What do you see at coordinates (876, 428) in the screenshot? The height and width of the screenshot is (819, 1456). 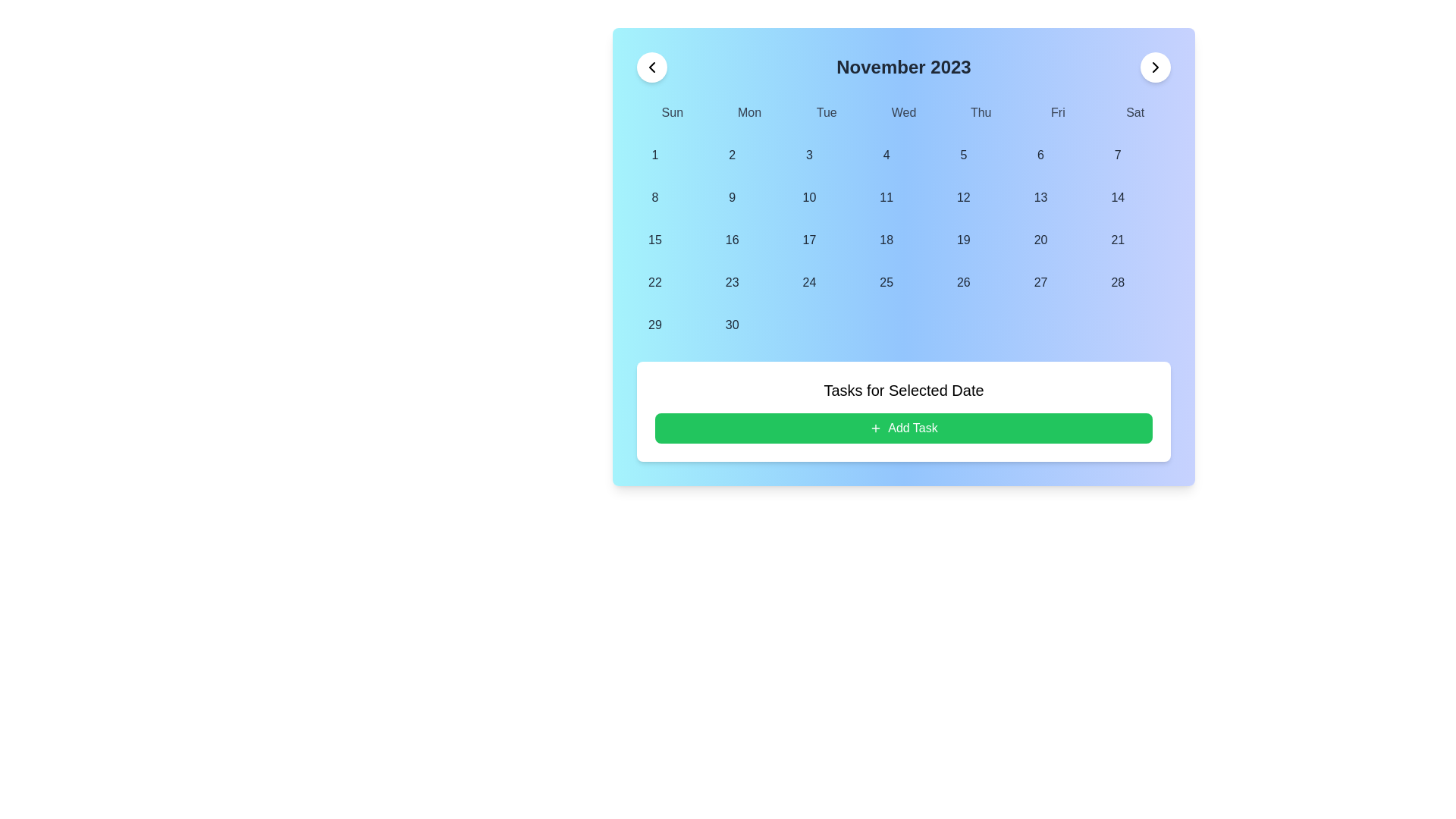 I see `the '+' (plus) icon inside the green 'Add Task' button, which is positioned beneath the calendar and aligned to the left of the 'Add Task' text` at bounding box center [876, 428].